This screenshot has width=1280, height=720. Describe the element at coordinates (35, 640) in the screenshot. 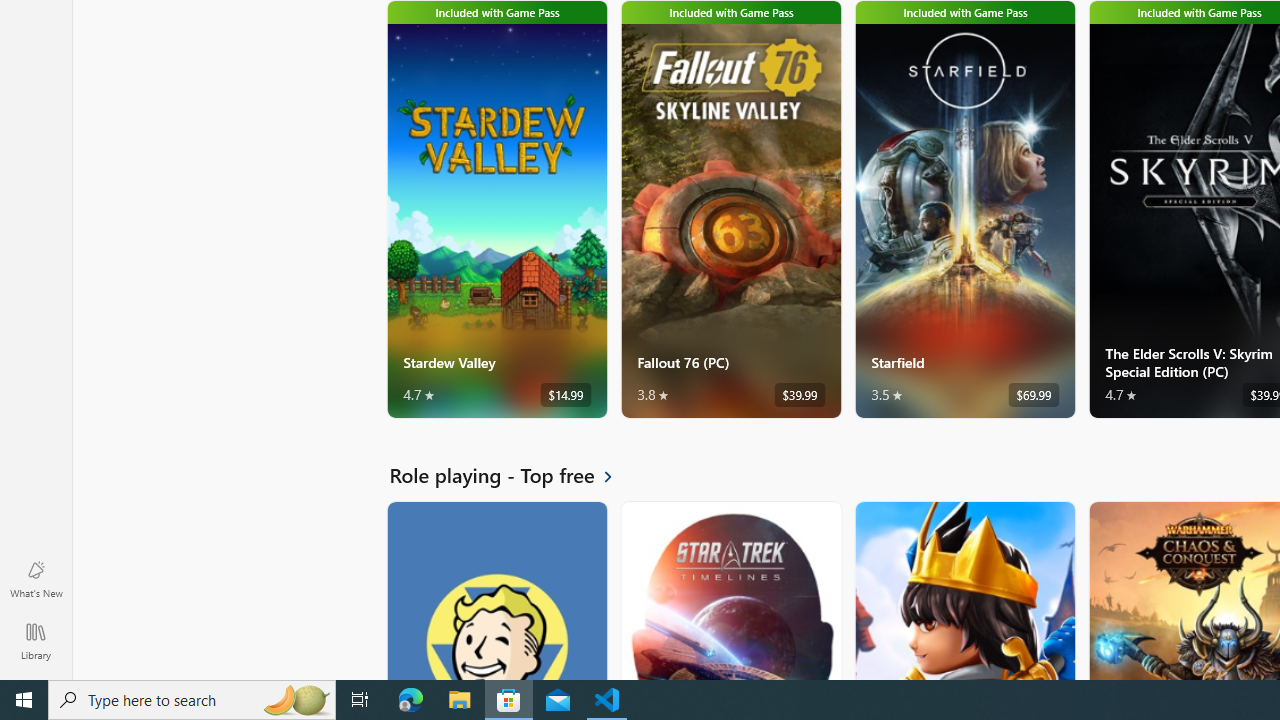

I see `'Library'` at that location.